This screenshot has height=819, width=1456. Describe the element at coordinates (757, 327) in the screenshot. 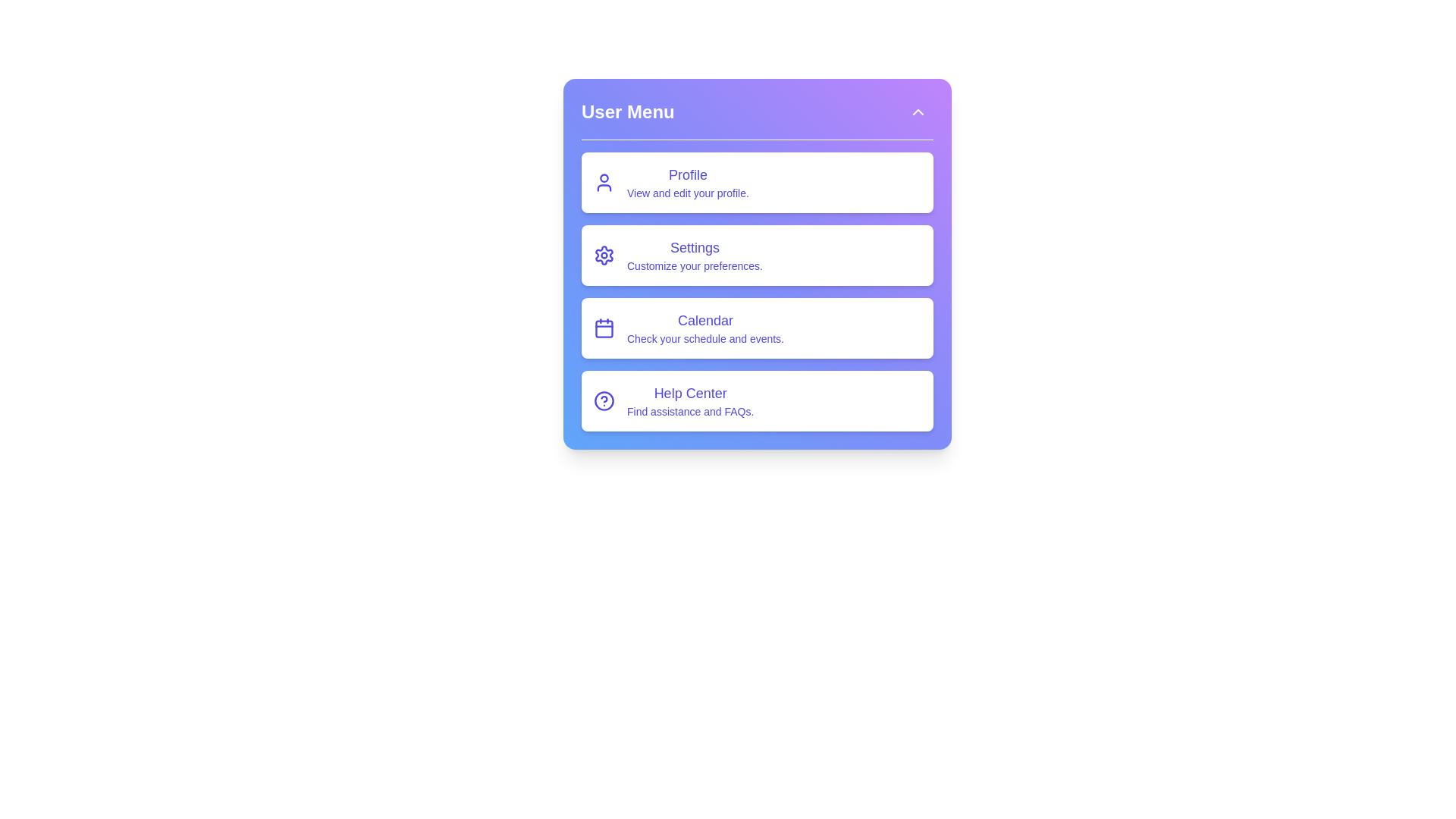

I see `the menu option Calendar to navigate or interact with its functionality` at that location.